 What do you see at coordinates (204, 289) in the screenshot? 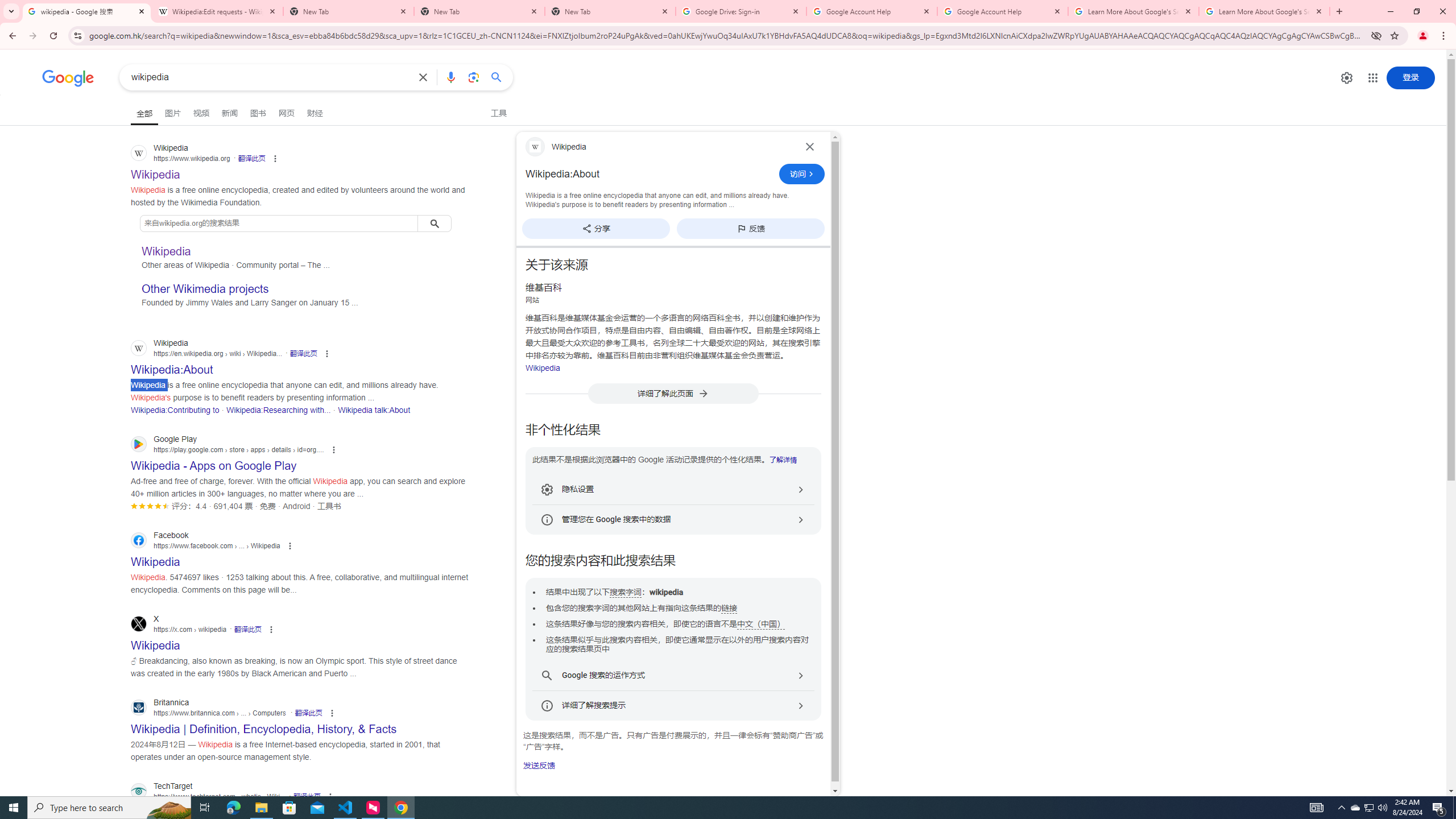
I see `'Other Wikimedia projects'` at bounding box center [204, 289].